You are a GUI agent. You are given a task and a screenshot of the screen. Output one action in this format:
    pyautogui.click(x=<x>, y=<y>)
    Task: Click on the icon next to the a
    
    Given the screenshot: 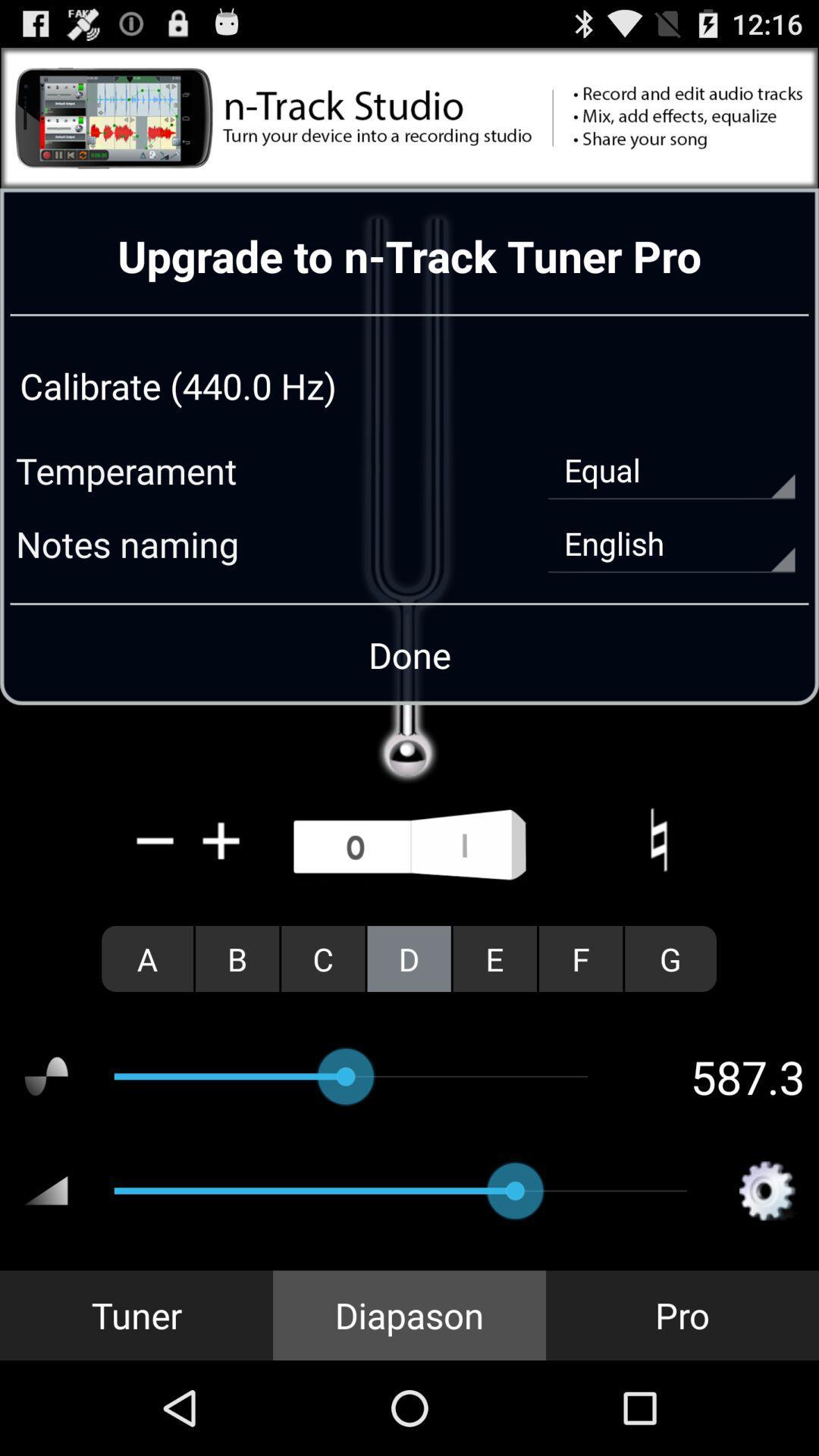 What is the action you would take?
    pyautogui.click(x=237, y=958)
    